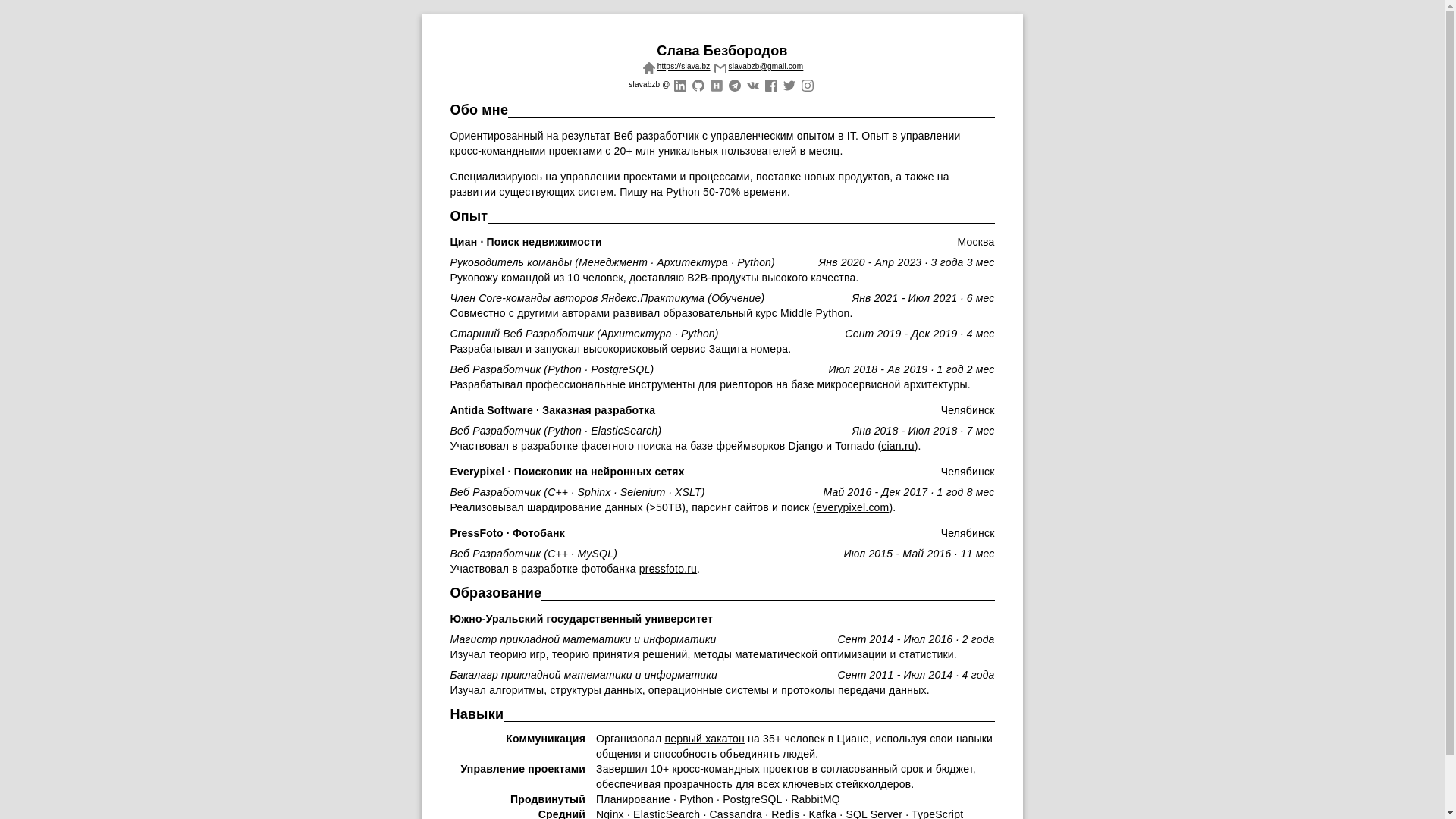 This screenshot has width=1456, height=819. Describe the element at coordinates (814, 312) in the screenshot. I see `'Middle Python'` at that location.